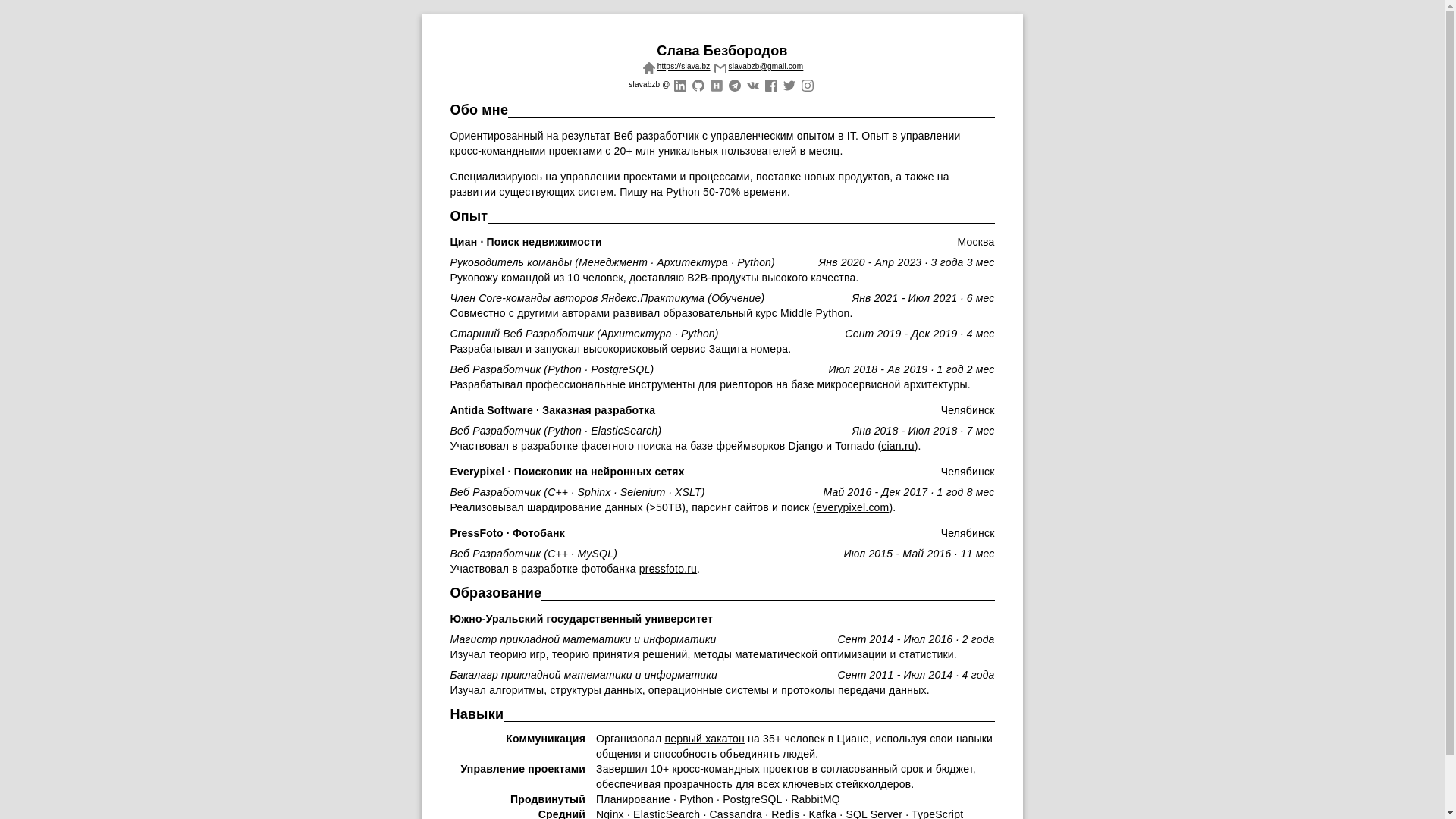 This screenshot has width=1456, height=819. Describe the element at coordinates (814, 312) in the screenshot. I see `'Middle Python'` at that location.